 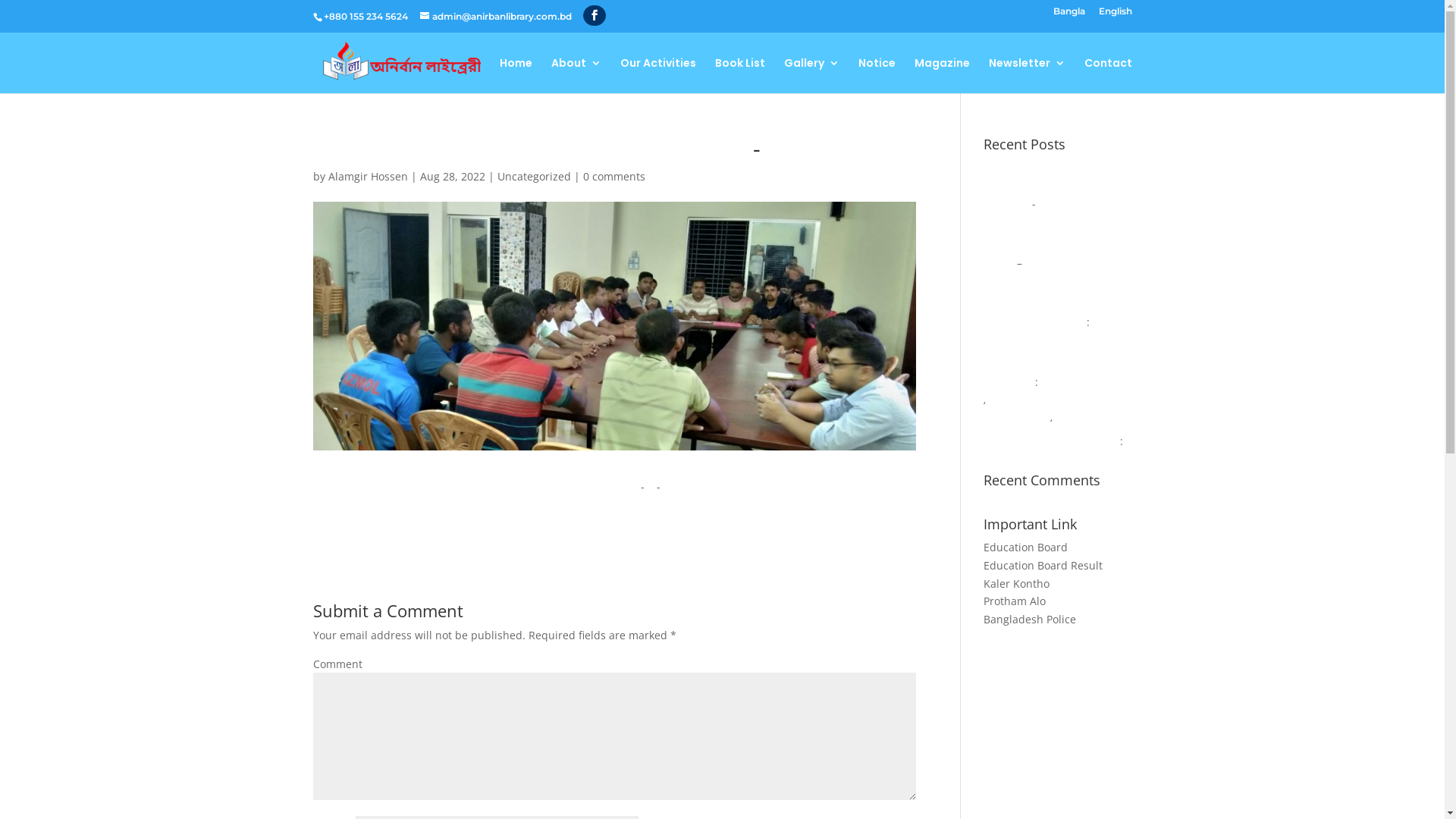 I want to click on 'Book List', so click(x=739, y=75).